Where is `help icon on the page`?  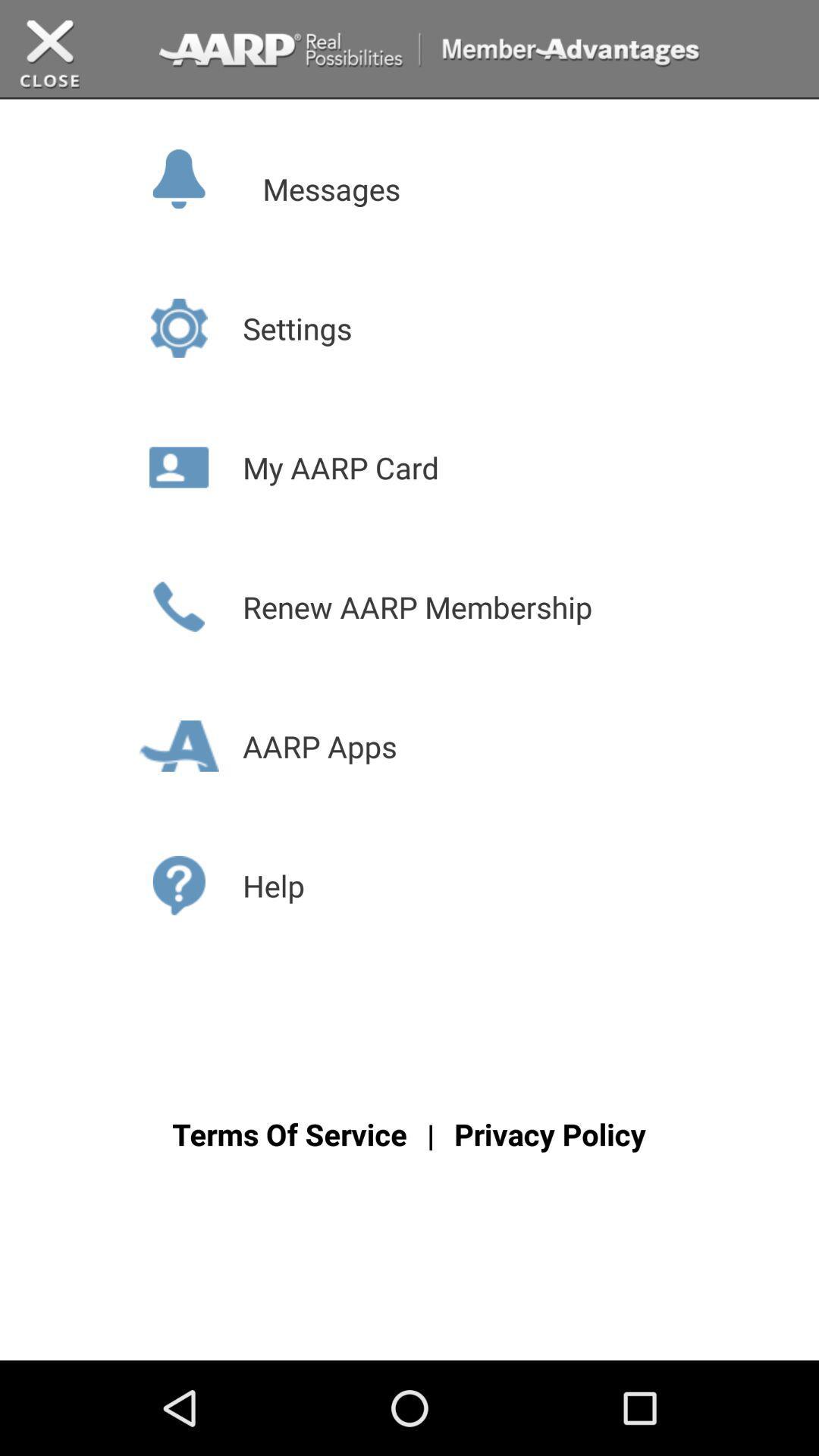
help icon on the page is located at coordinates (178, 885).